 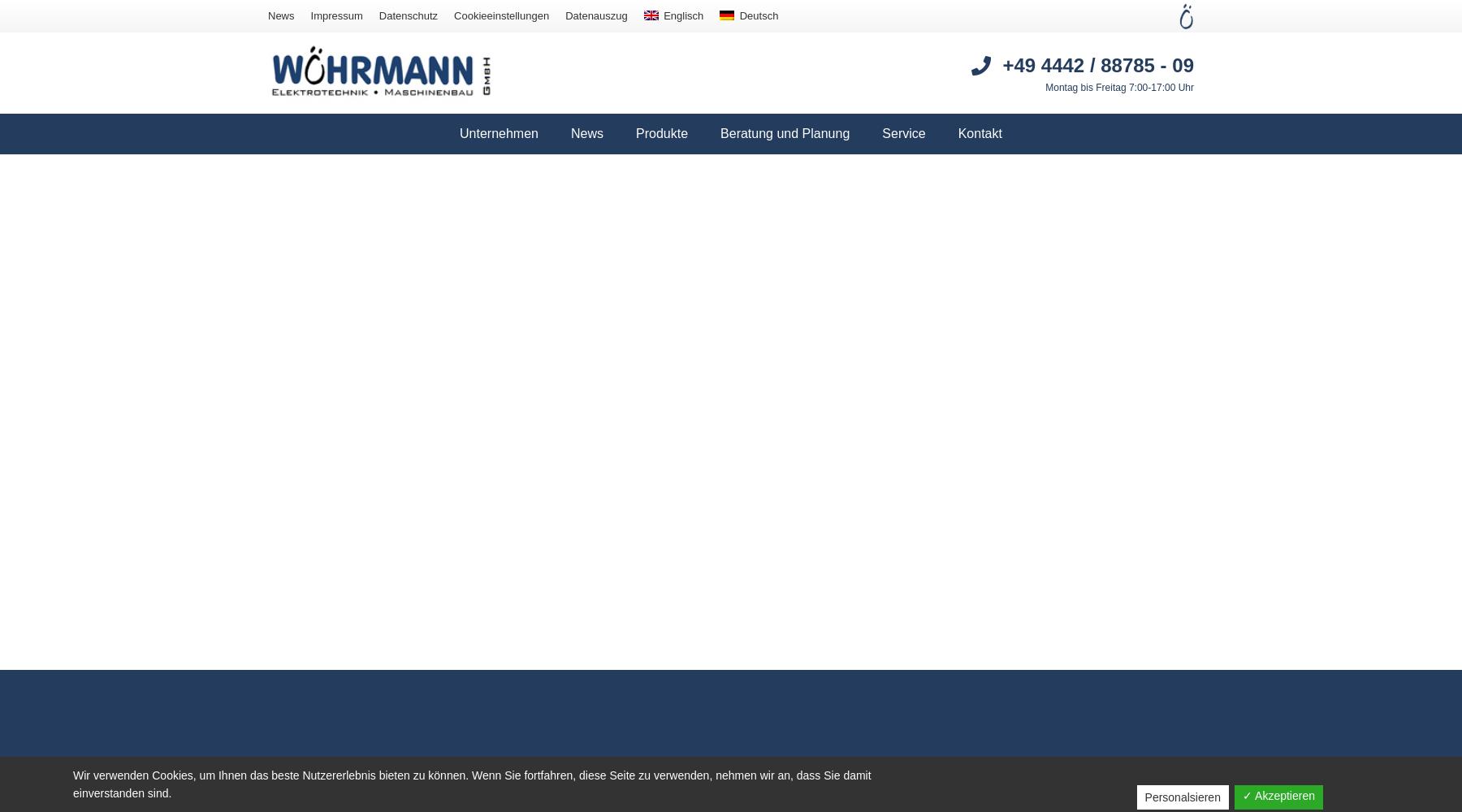 I want to click on 'Unternehmen', so click(x=499, y=133).